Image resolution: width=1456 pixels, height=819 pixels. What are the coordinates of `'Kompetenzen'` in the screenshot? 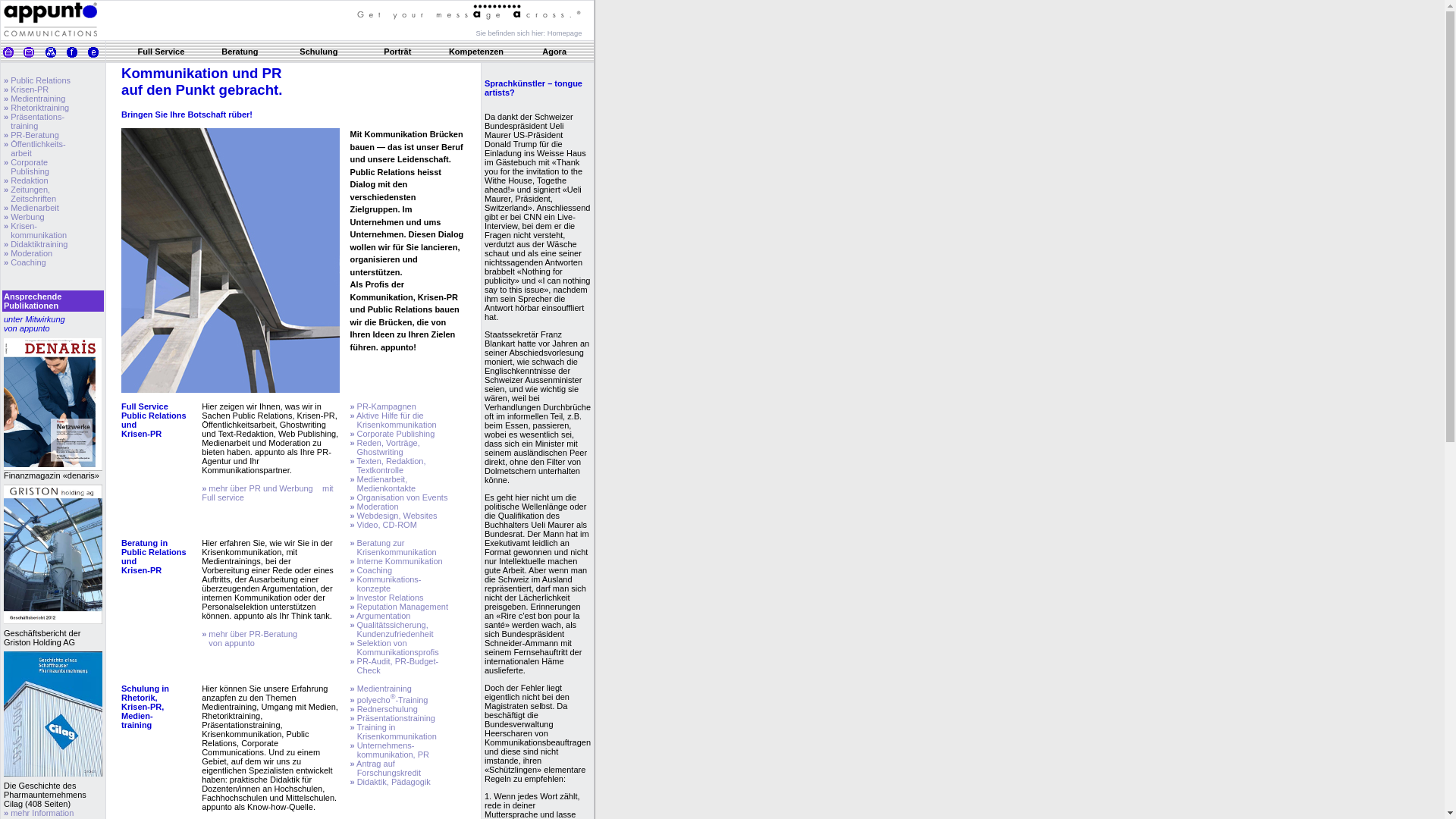 It's located at (475, 51).